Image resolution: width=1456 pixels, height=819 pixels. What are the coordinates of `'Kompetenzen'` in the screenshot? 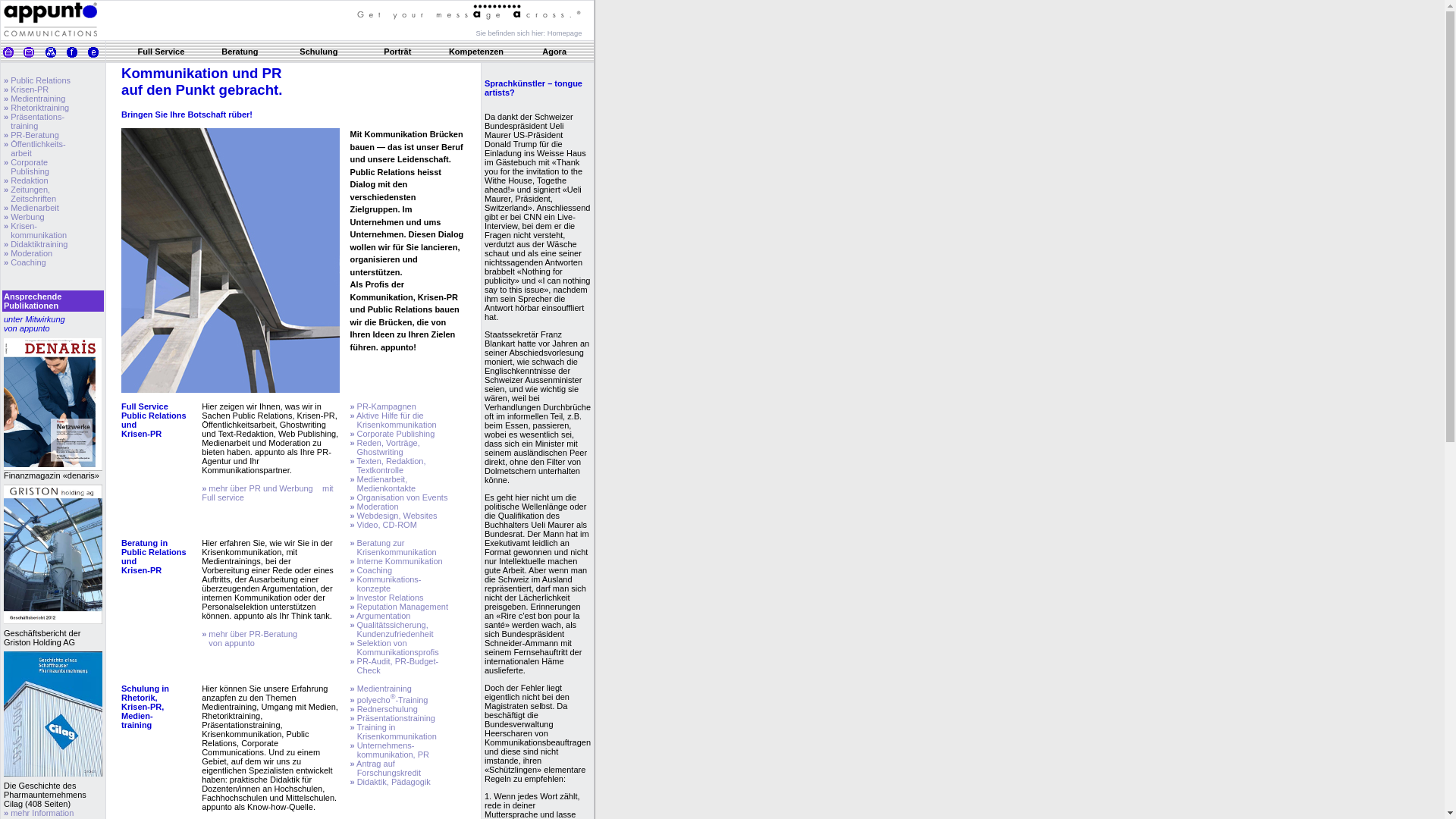 It's located at (475, 51).